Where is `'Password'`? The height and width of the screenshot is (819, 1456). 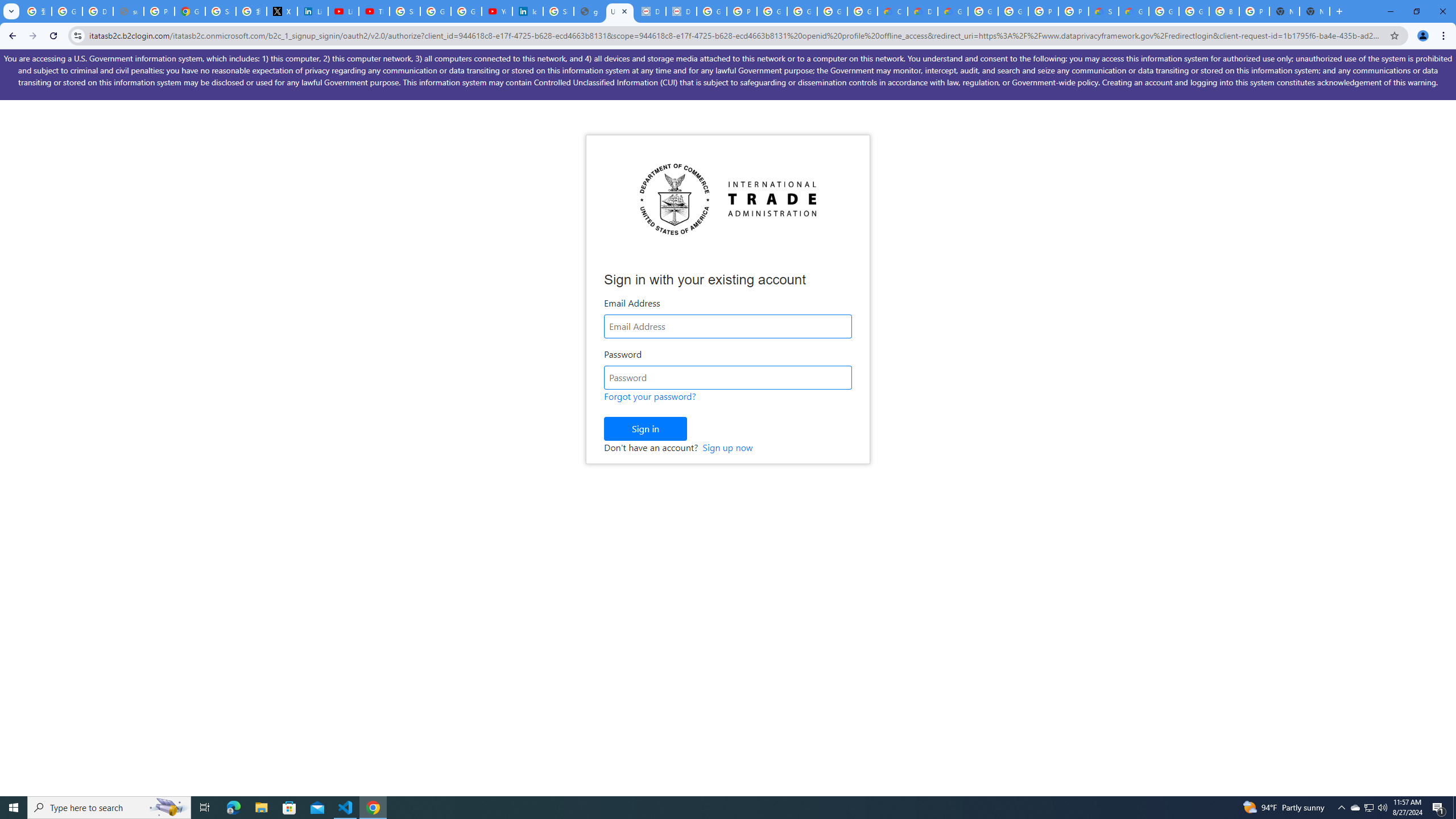
'Password' is located at coordinates (728, 377).